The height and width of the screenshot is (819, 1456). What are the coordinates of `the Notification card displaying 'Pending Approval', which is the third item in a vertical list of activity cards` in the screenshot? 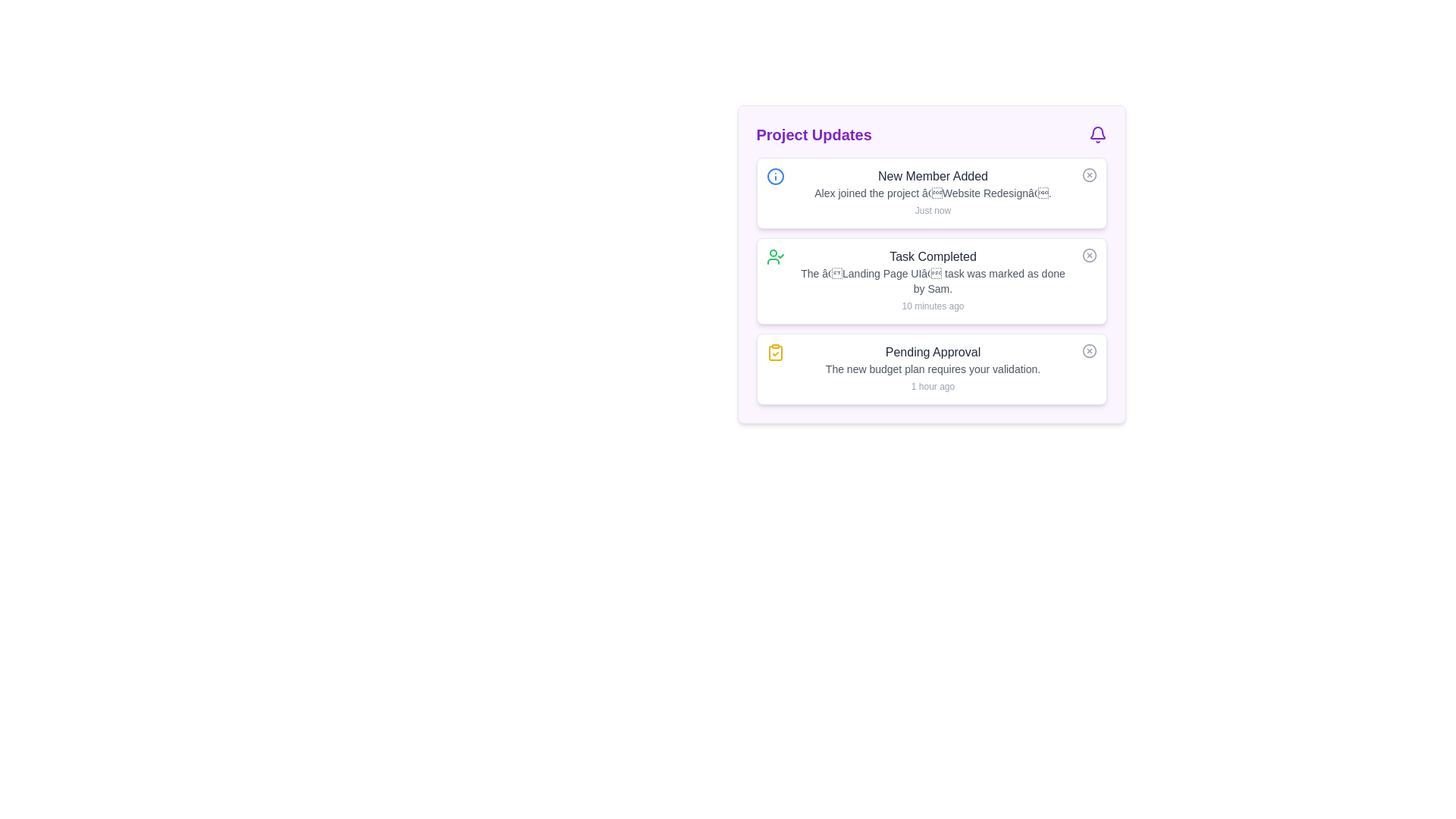 It's located at (932, 369).